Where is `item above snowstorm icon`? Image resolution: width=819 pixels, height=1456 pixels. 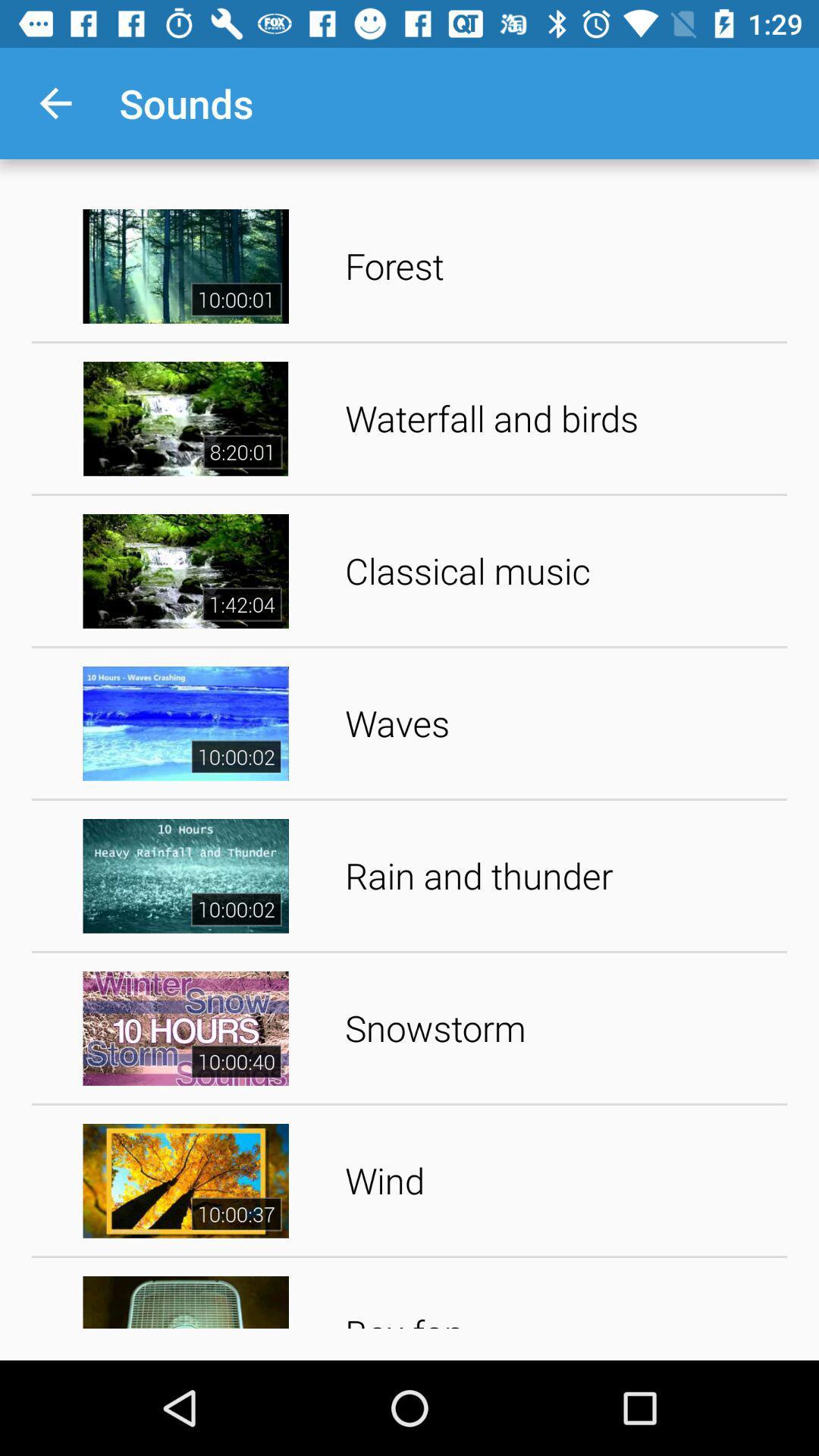
item above snowstorm icon is located at coordinates (560, 876).